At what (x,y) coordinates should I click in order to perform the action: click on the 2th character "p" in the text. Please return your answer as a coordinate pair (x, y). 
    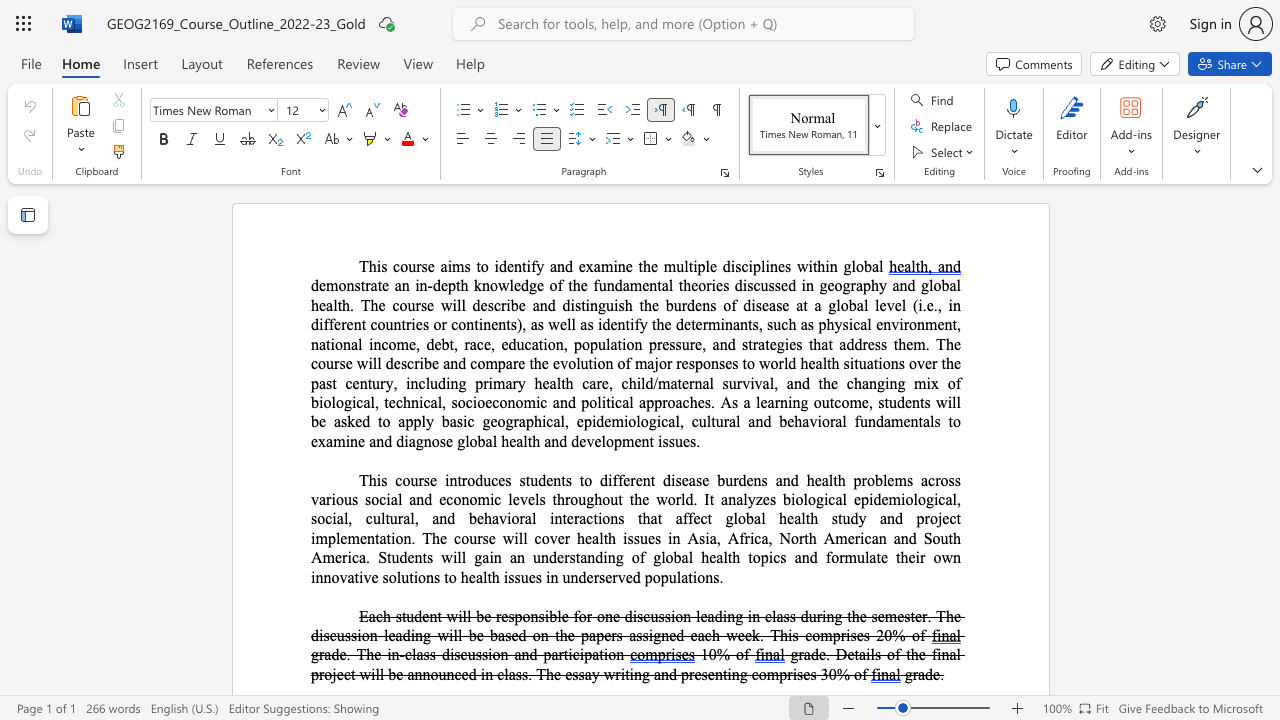
    Looking at the image, I should click on (658, 402).